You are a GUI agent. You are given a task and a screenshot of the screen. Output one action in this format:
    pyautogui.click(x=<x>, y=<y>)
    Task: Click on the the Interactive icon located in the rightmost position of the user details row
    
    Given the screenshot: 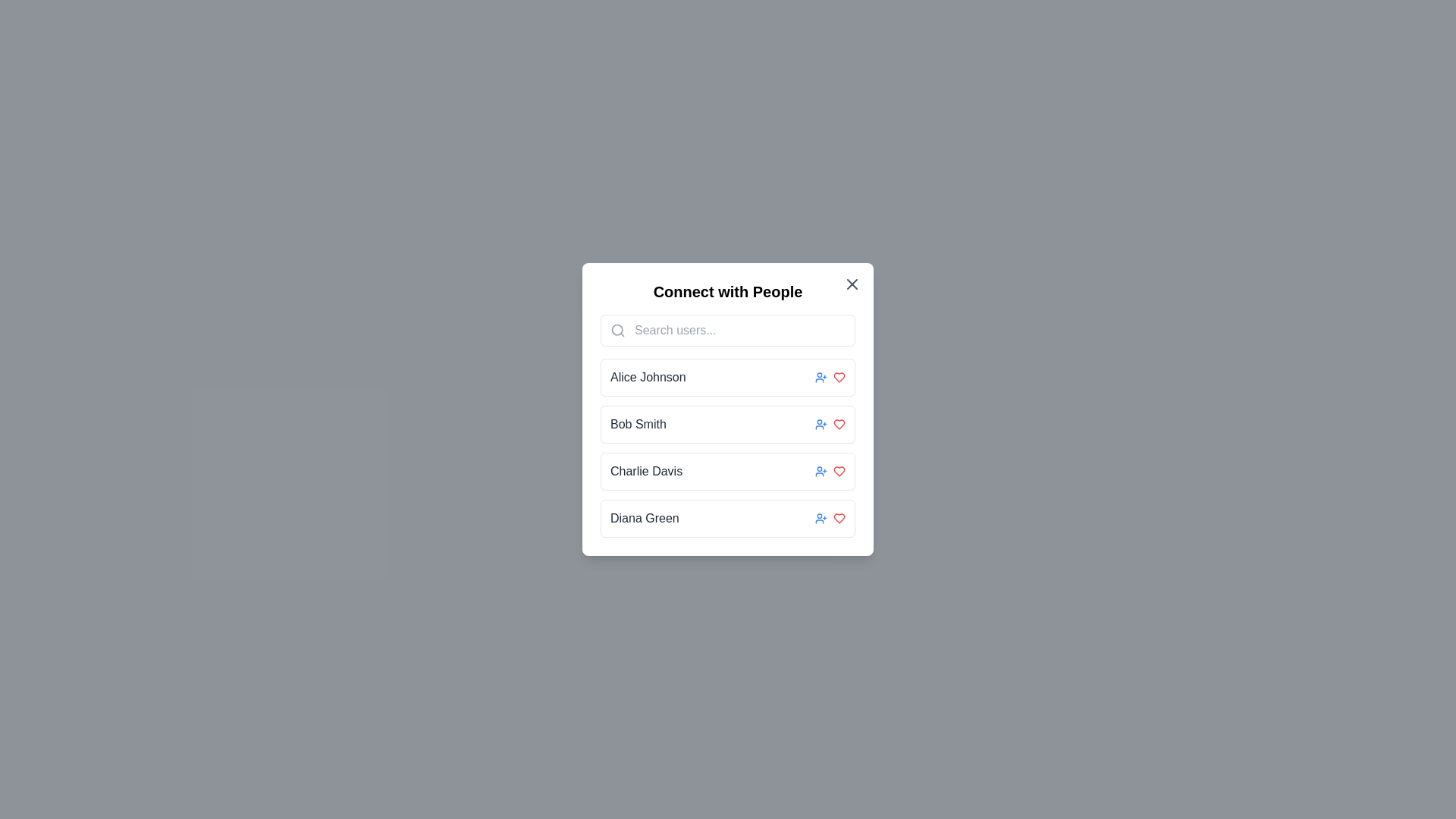 What is the action you would take?
    pyautogui.click(x=839, y=376)
    